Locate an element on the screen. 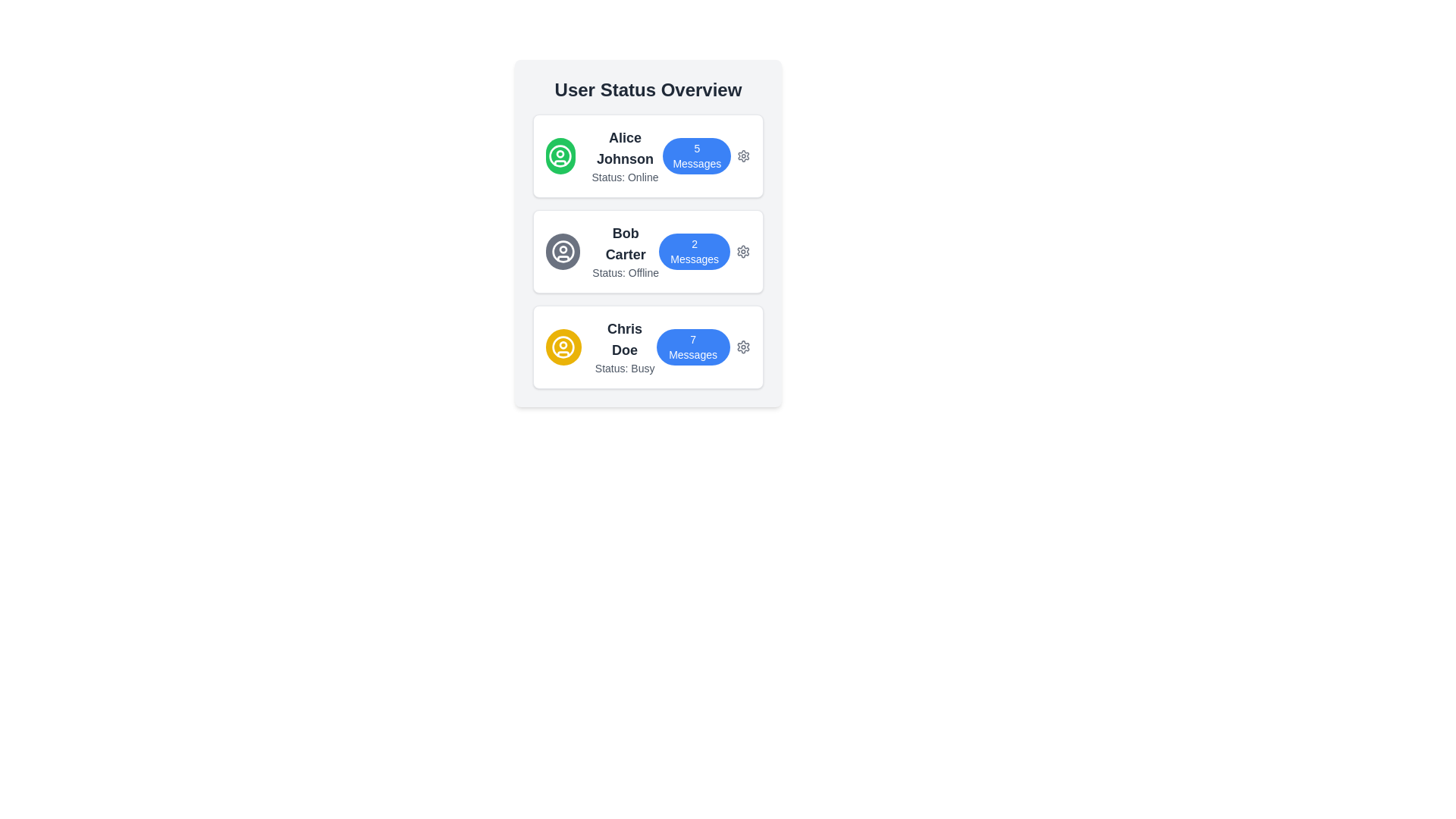 The height and width of the screenshot is (819, 1456). the message count label for 'Chris Doe' is located at coordinates (702, 347).